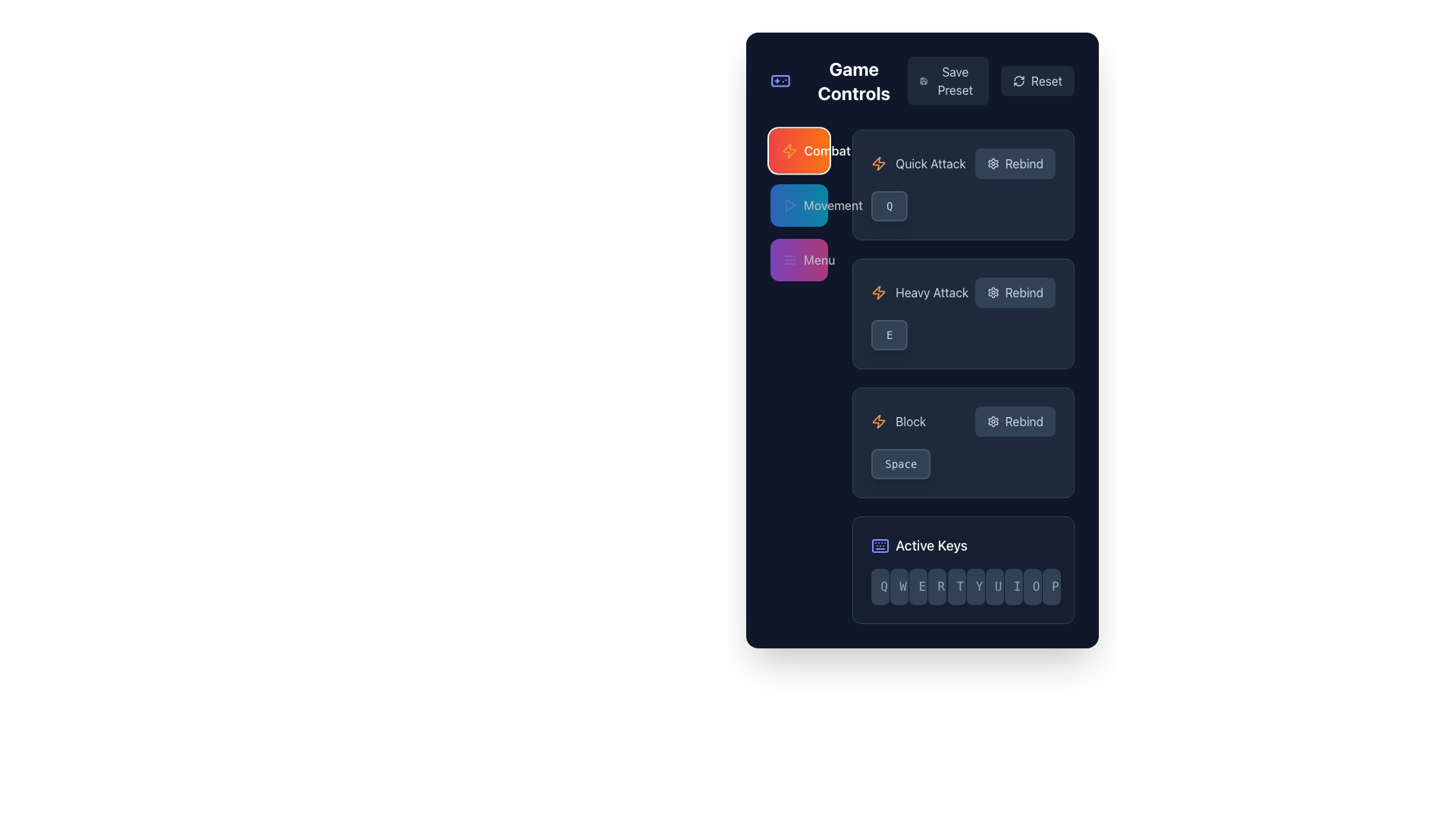 The width and height of the screenshot is (1456, 819). I want to click on the Static text button labeled 'W' with a dark background and light gray text, located in the 'Active Keys' section, so click(899, 586).